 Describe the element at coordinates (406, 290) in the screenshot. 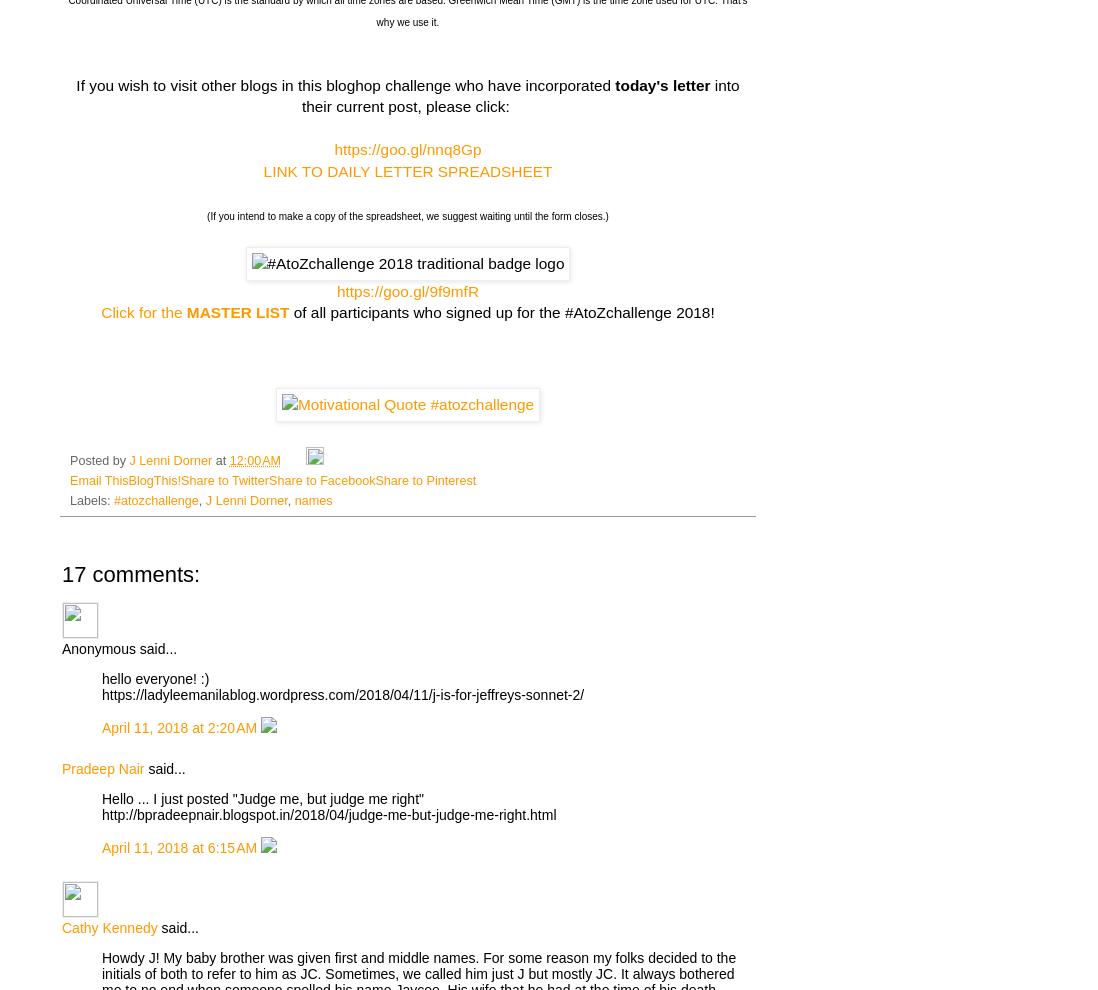

I see `'https://goo.gl/9f9mfR'` at that location.